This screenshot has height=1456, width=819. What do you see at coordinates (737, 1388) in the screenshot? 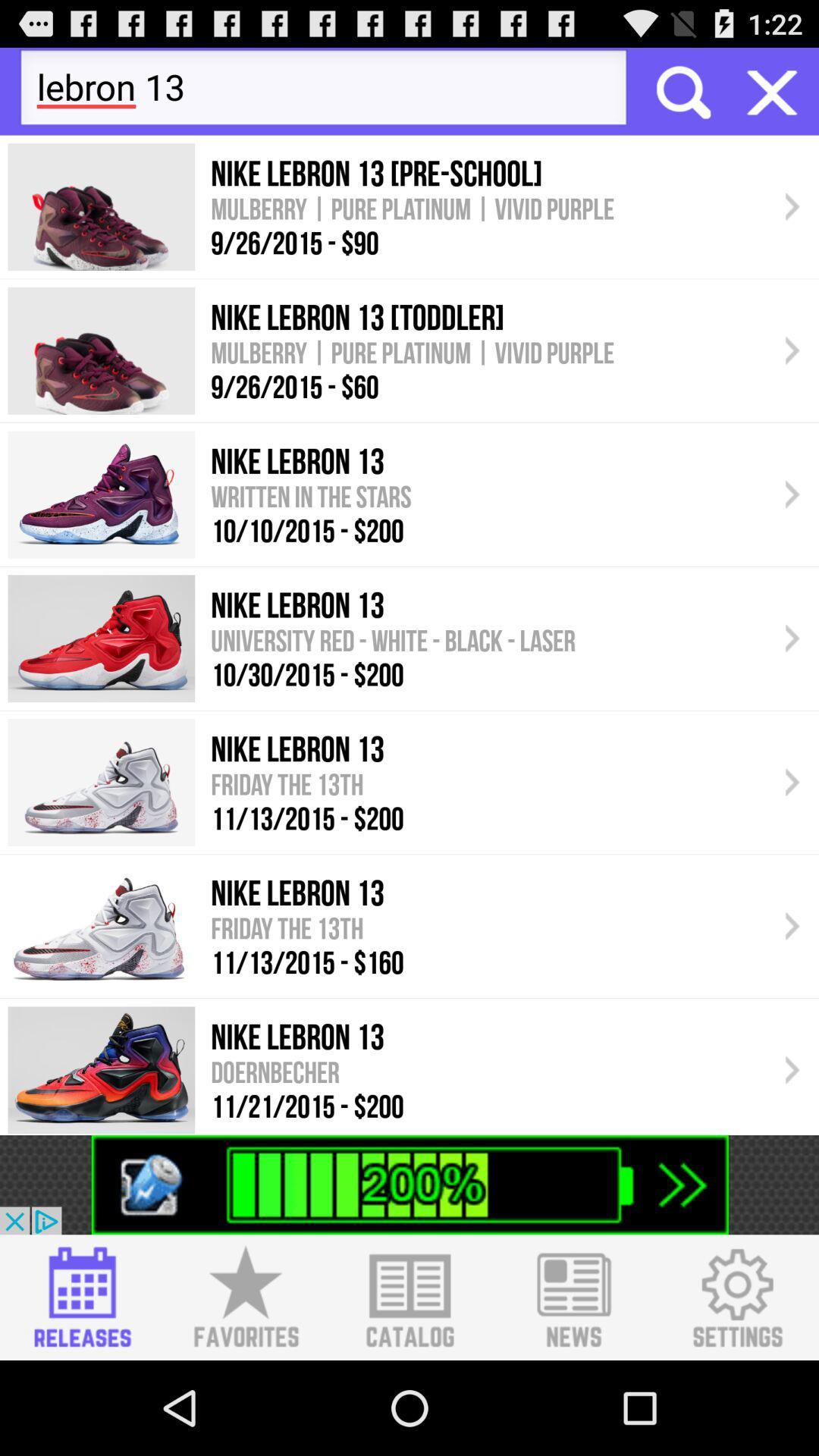
I see `the settings icon` at bounding box center [737, 1388].